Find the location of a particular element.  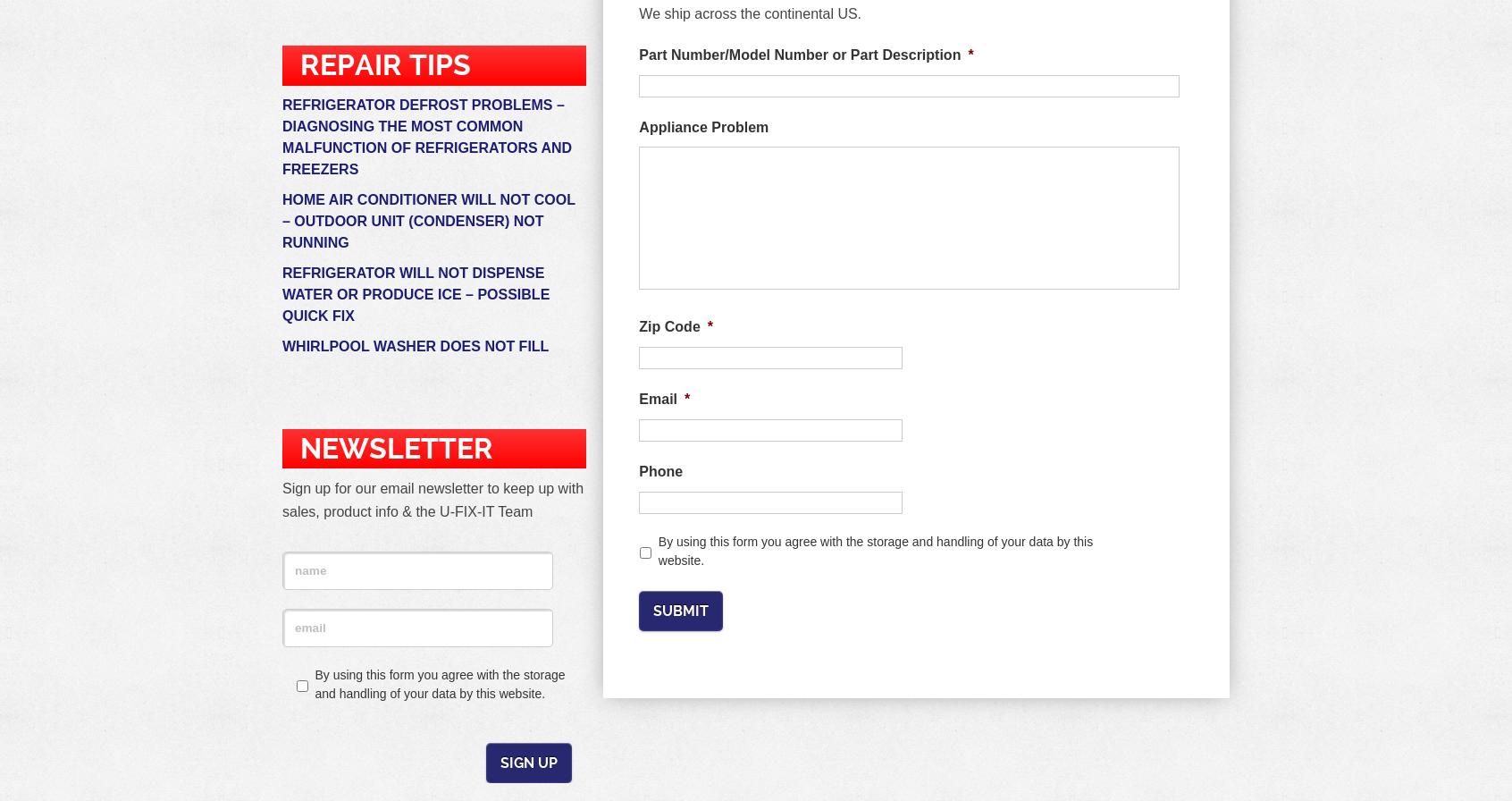

'Sign up for our email newsletter to keep up with sales, product info & the U-FIX-IT Team' is located at coordinates (432, 500).